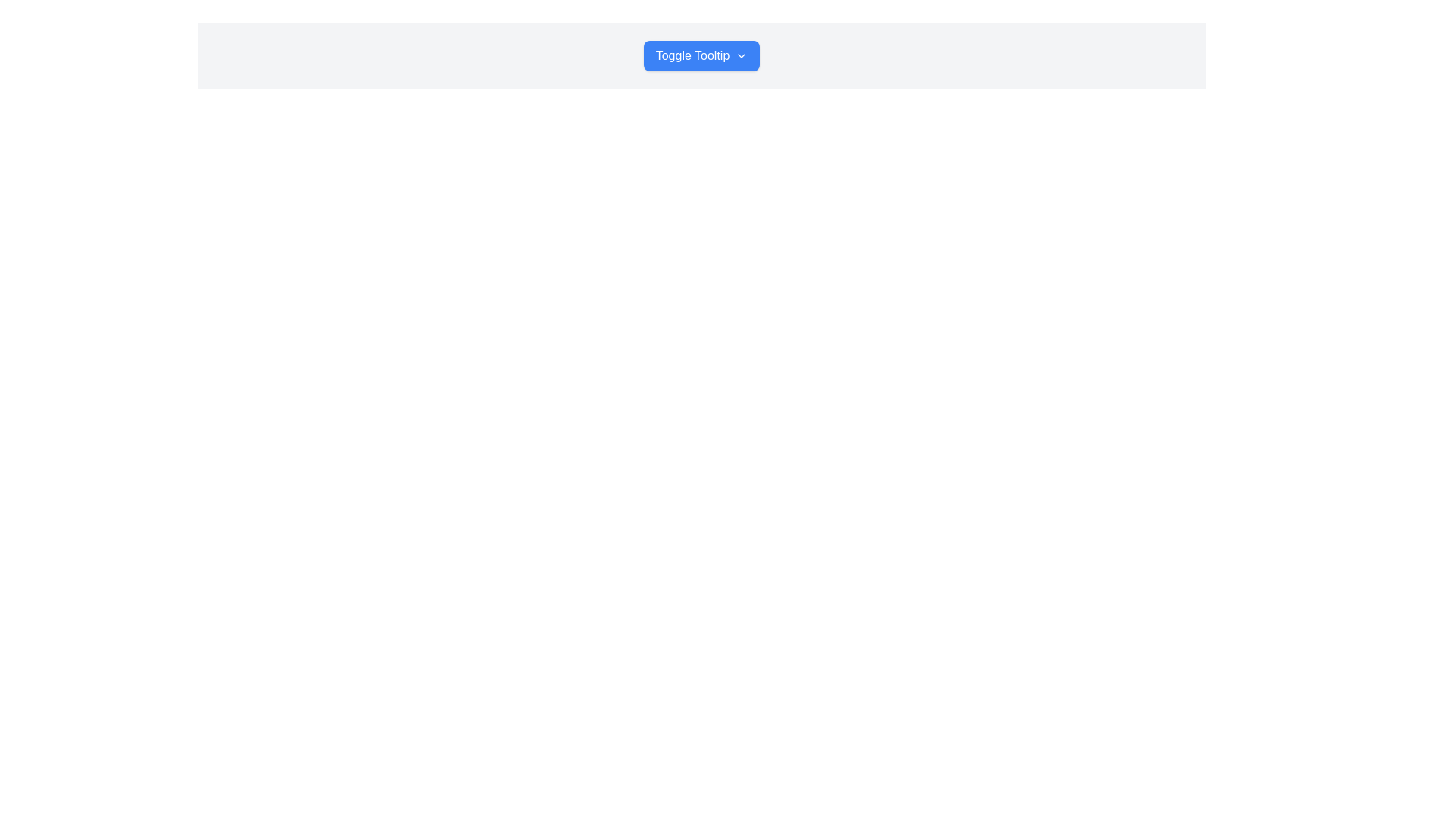 This screenshot has height=819, width=1456. I want to click on the downward arrow icon styled as a chevron, which is located within the 'Toggle Tooltip' button to the right of the text, so click(742, 55).